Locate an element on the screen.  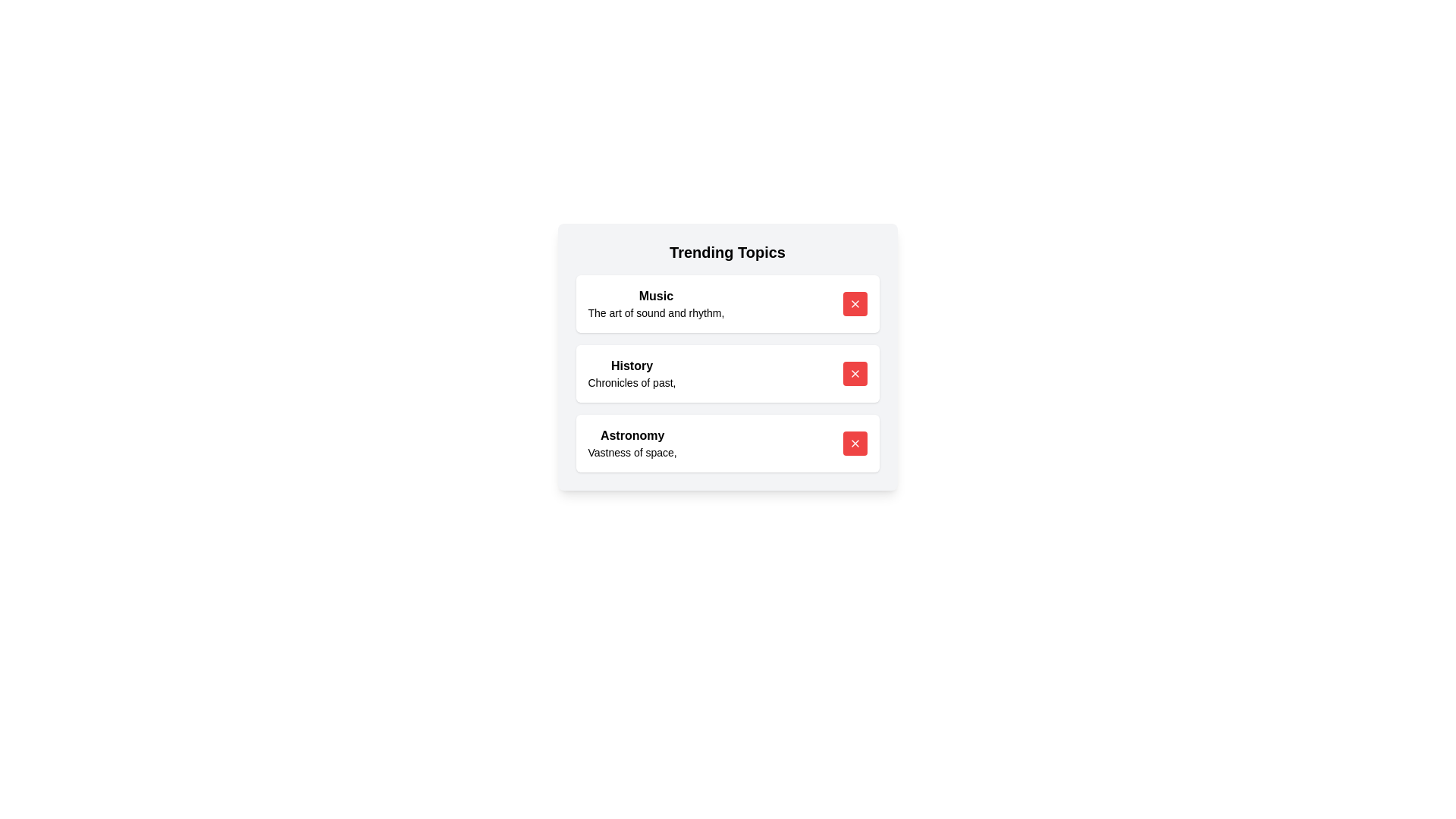
remove button next to the topic Astronomy to delete it is located at coordinates (855, 444).